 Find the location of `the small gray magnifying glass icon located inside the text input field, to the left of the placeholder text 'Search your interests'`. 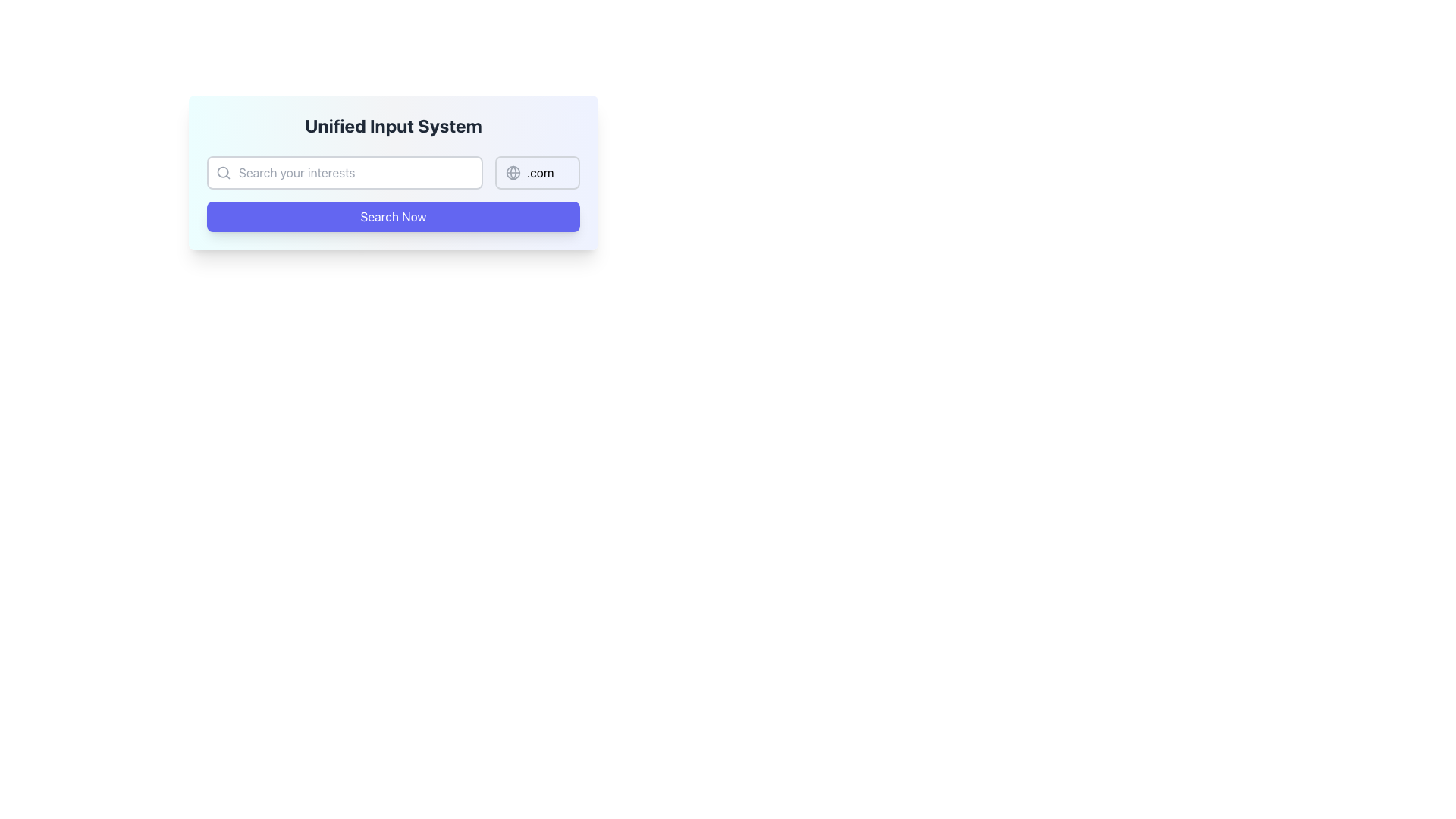

the small gray magnifying glass icon located inside the text input field, to the left of the placeholder text 'Search your interests' is located at coordinates (222, 171).